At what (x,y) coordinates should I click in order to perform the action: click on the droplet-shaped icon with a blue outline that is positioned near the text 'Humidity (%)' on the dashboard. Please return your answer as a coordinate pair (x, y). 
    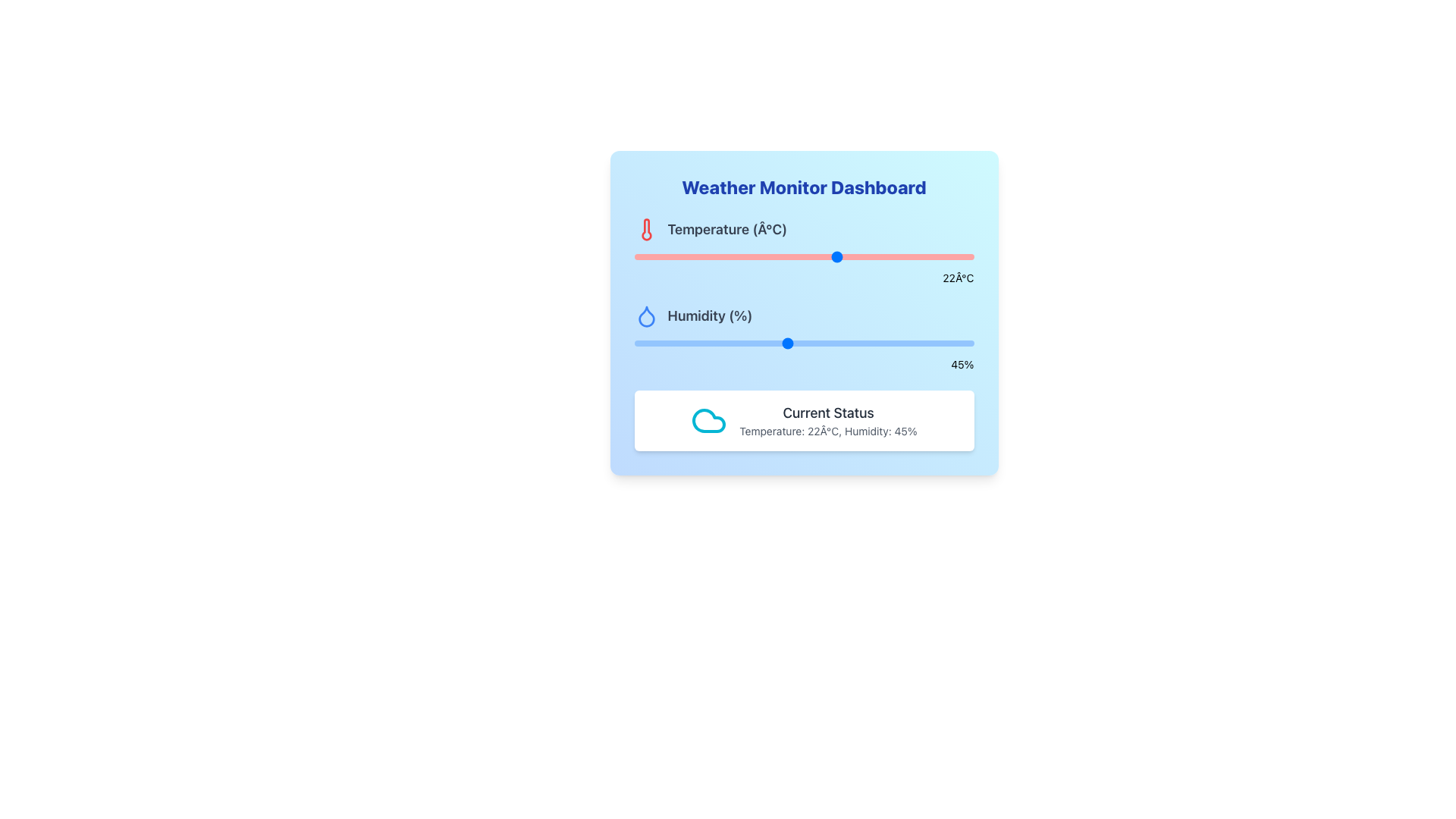
    Looking at the image, I should click on (646, 315).